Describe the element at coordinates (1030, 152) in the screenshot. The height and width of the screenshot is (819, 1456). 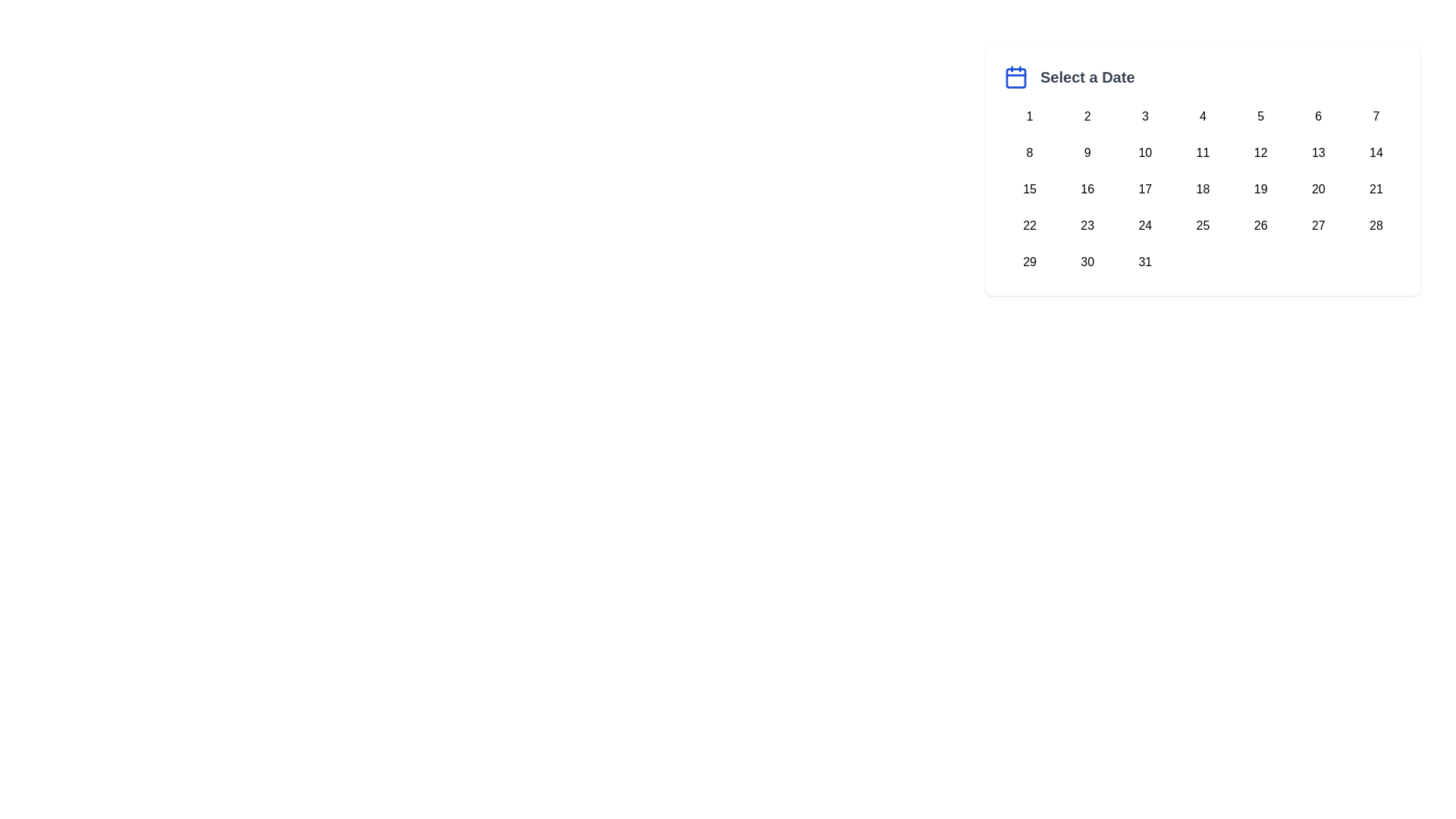
I see `the rectangular button with rounded corners that displays the number '8'` at that location.